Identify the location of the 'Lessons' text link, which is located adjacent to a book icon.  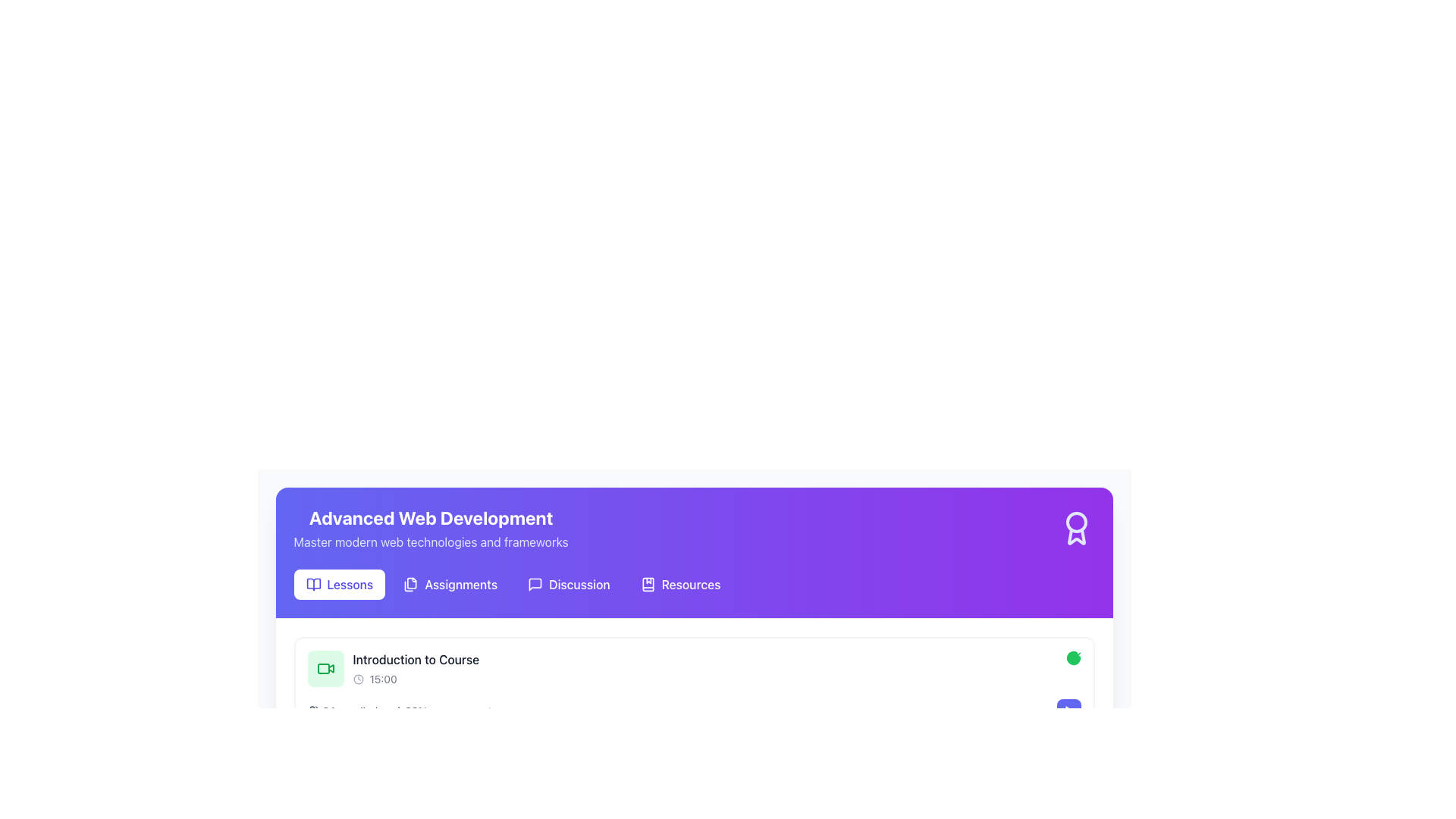
(349, 584).